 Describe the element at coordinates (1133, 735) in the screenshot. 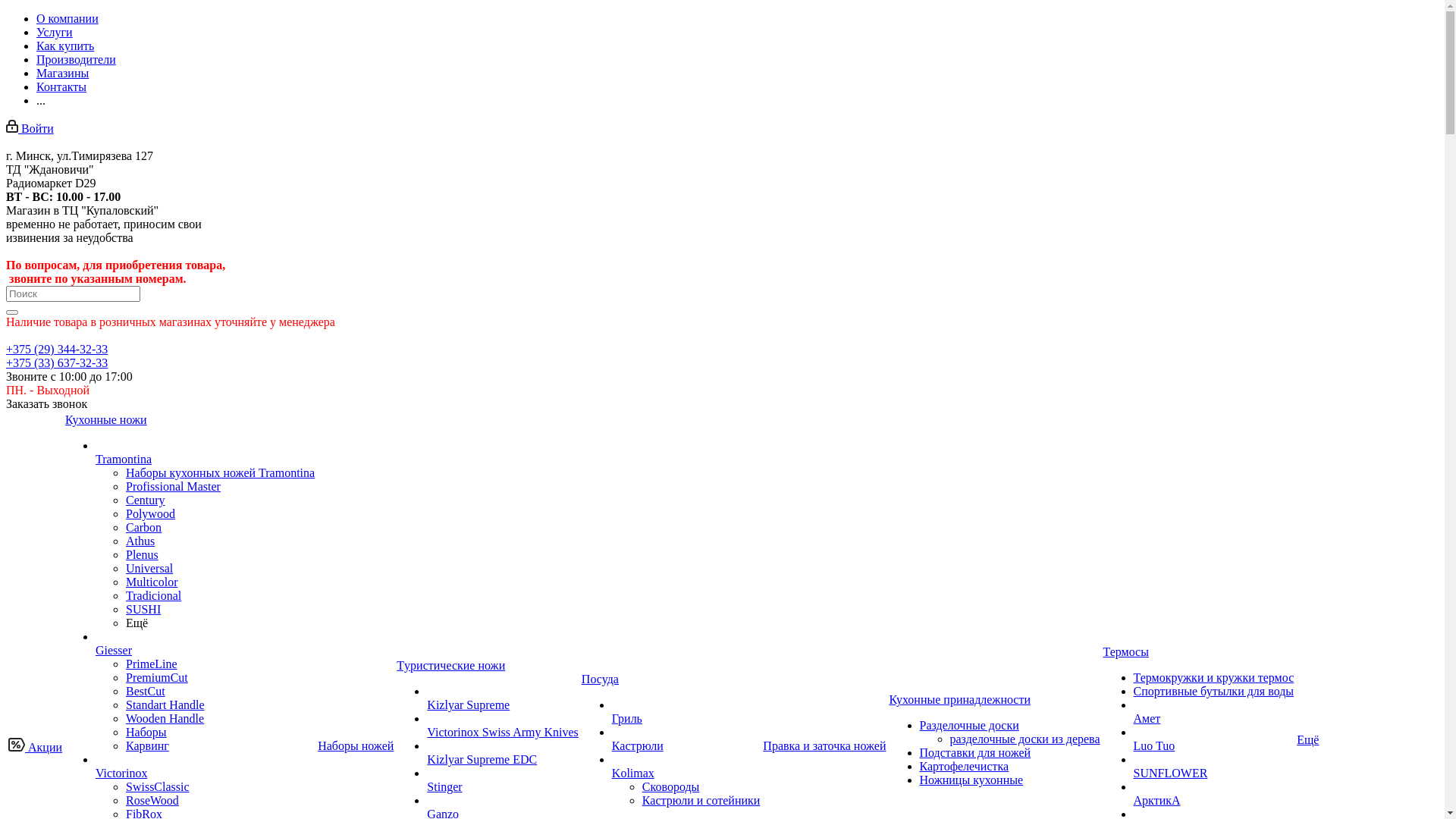

I see `'Luo Tuo'` at that location.